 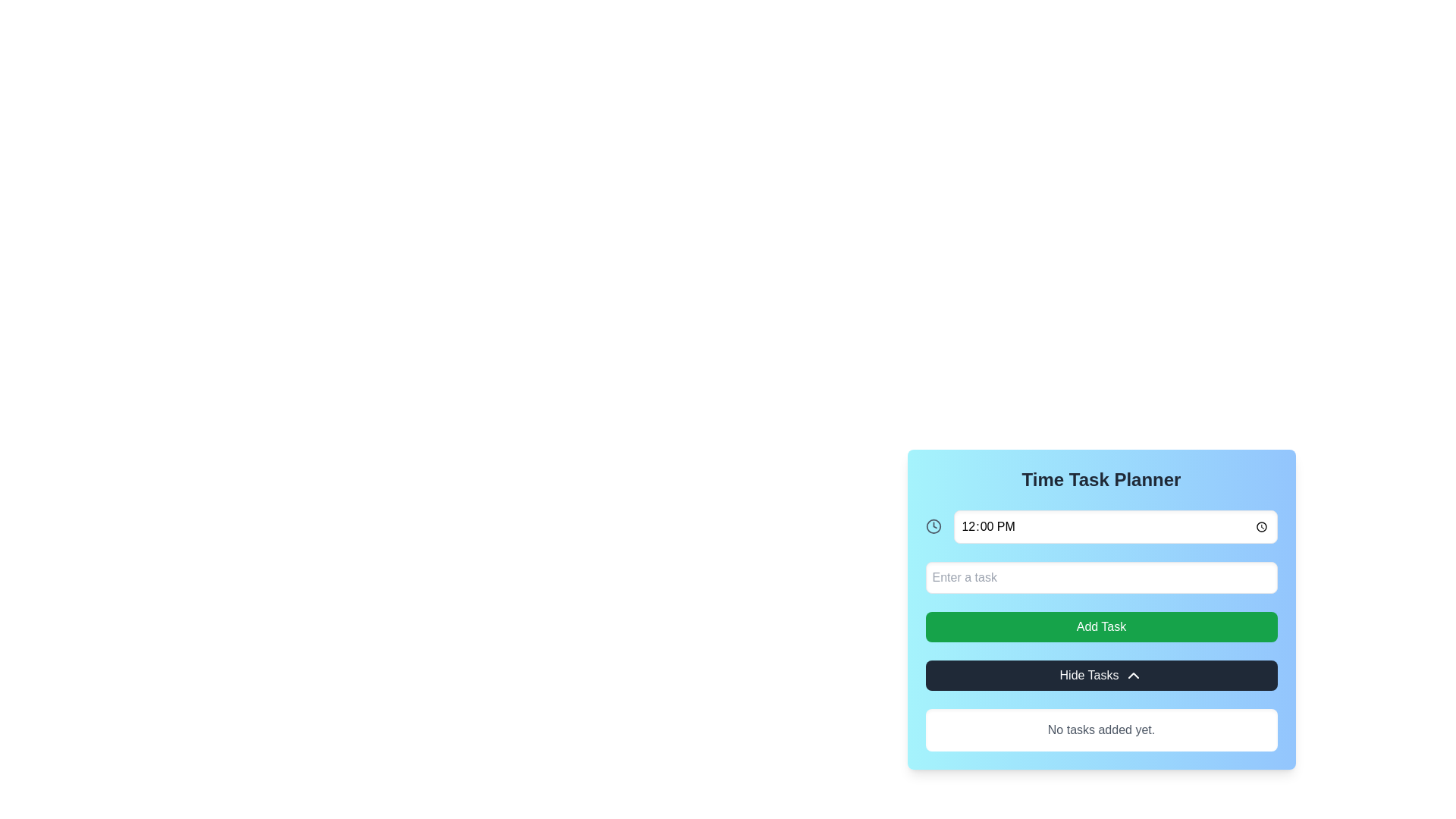 I want to click on the text label that reads 'No tasks added yet.' displayed in gray font at the bottom of the 'Time Task Planner' interface, so click(x=1101, y=730).